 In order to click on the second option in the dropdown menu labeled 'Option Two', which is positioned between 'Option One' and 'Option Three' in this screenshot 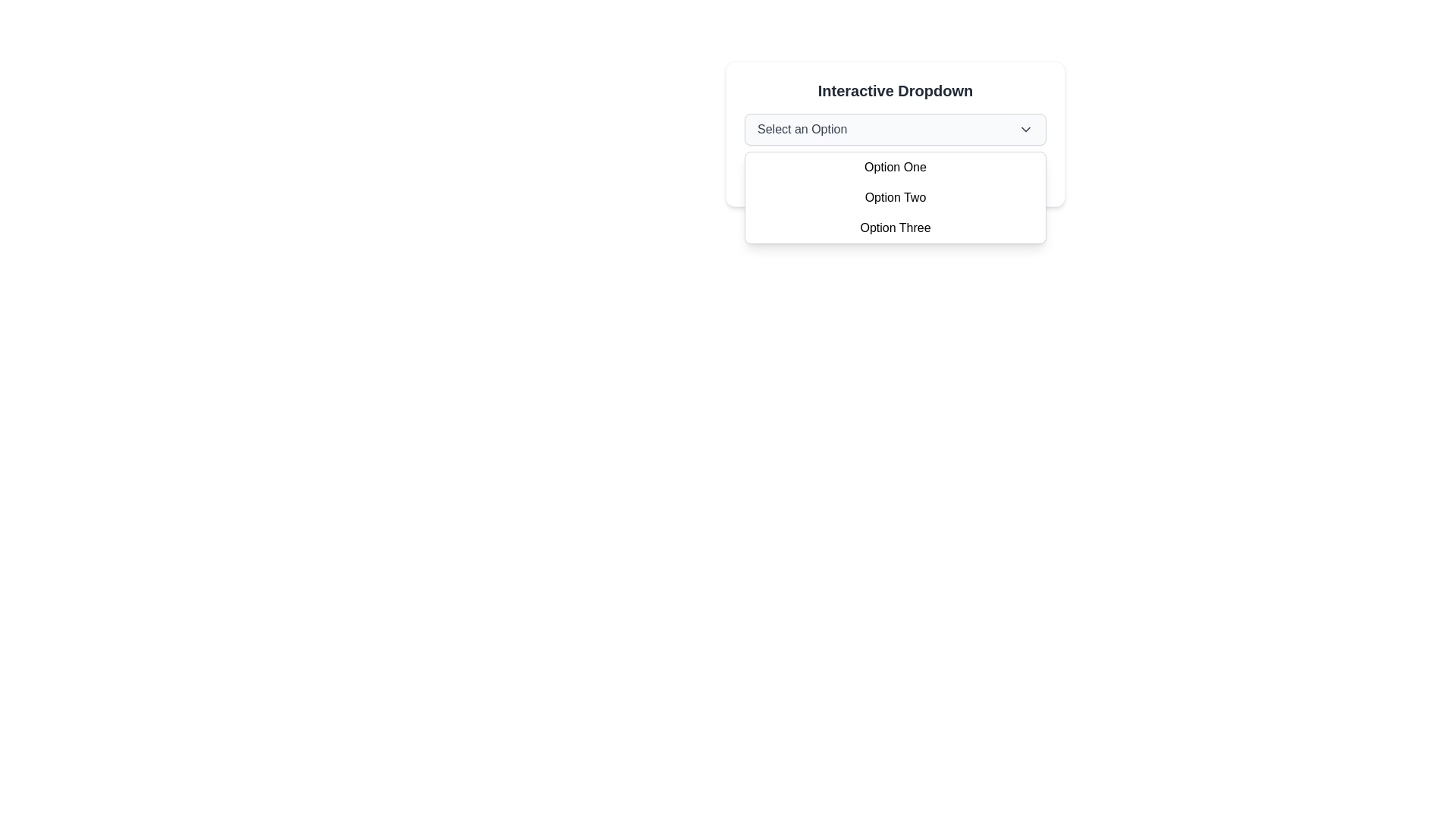, I will do `click(895, 197)`.